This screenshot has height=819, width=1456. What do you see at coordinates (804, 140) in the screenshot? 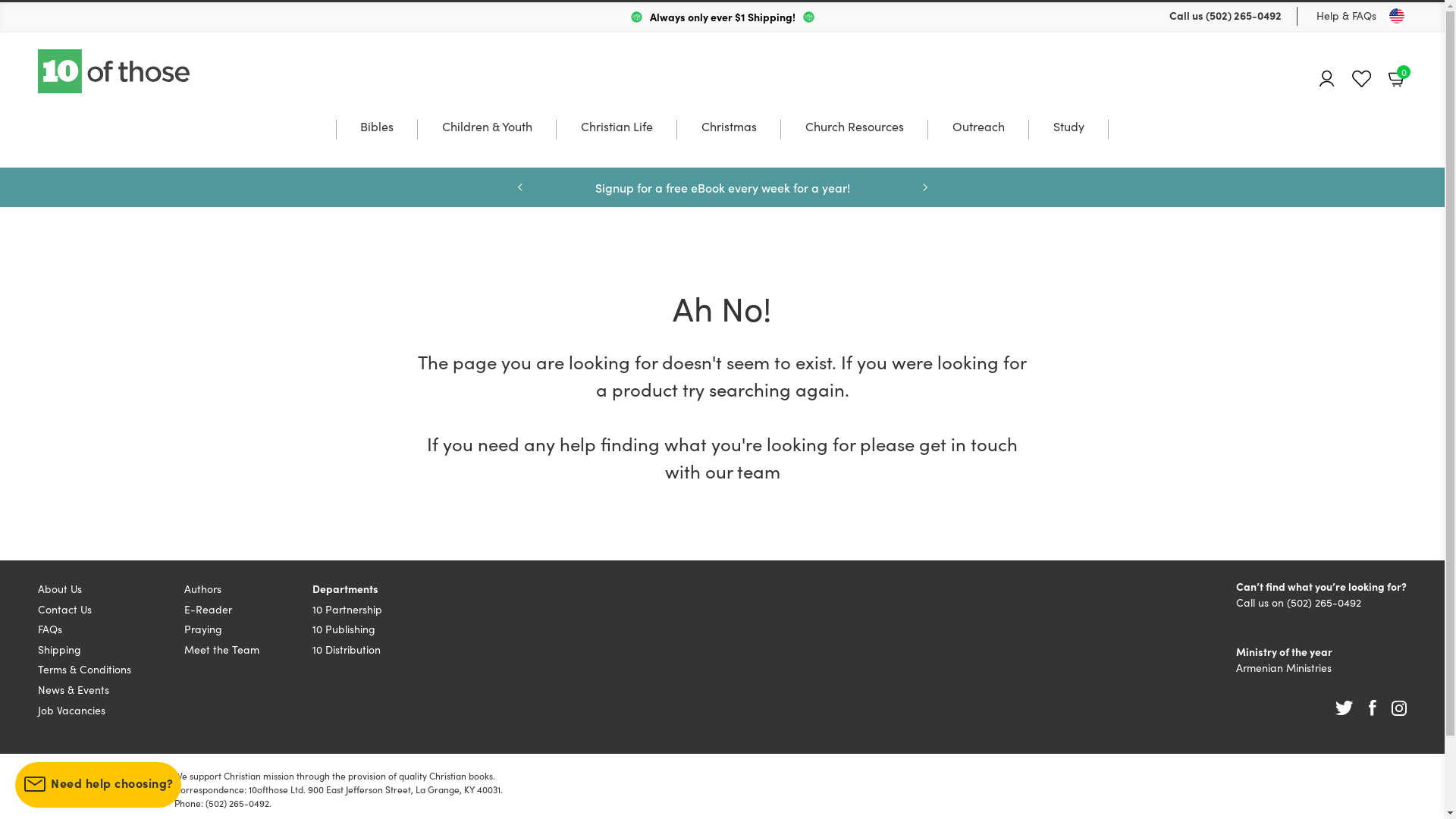
I see `'Church Resources'` at bounding box center [804, 140].